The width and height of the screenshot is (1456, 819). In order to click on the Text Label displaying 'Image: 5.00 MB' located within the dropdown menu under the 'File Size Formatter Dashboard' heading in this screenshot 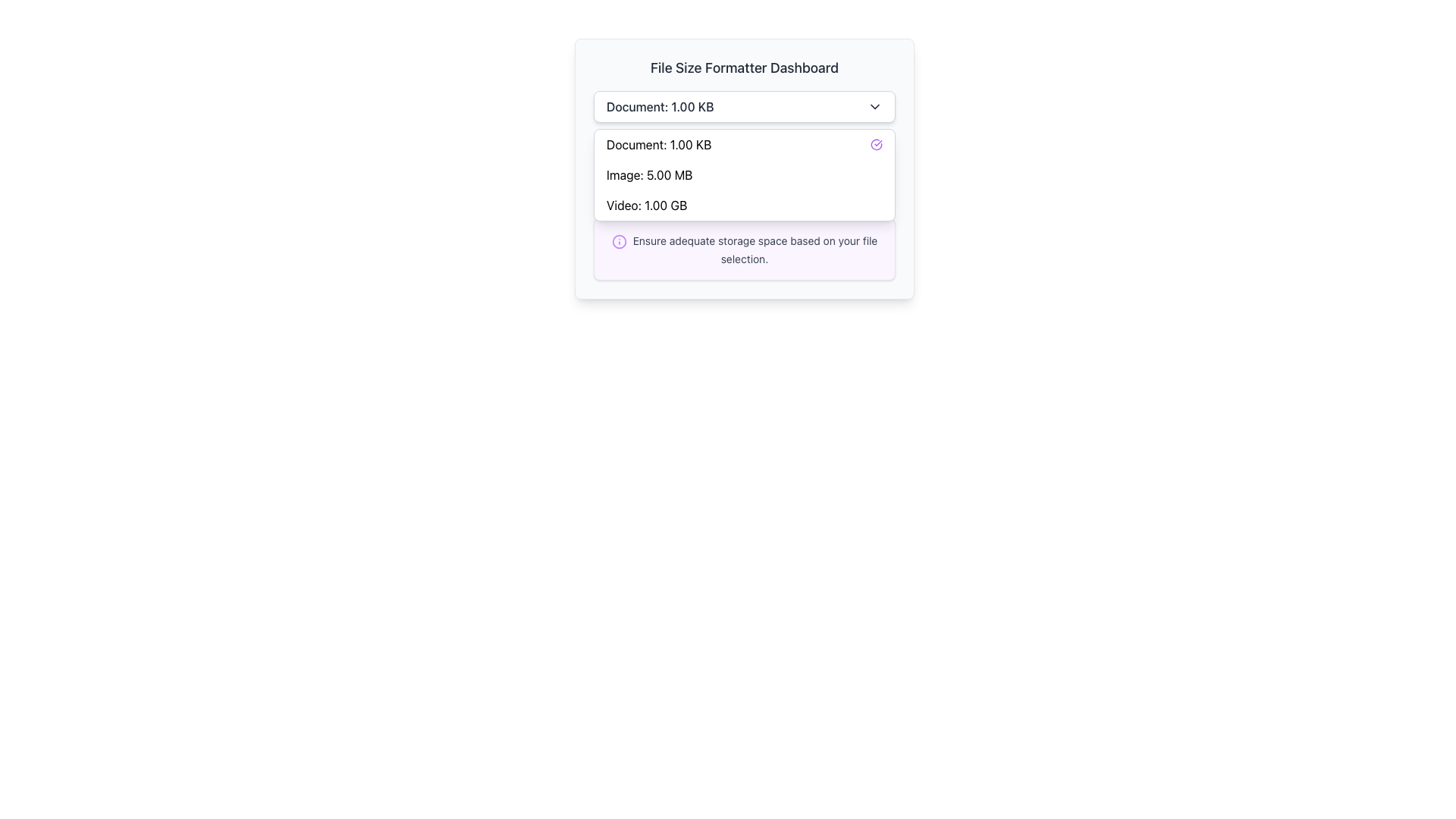, I will do `click(649, 174)`.